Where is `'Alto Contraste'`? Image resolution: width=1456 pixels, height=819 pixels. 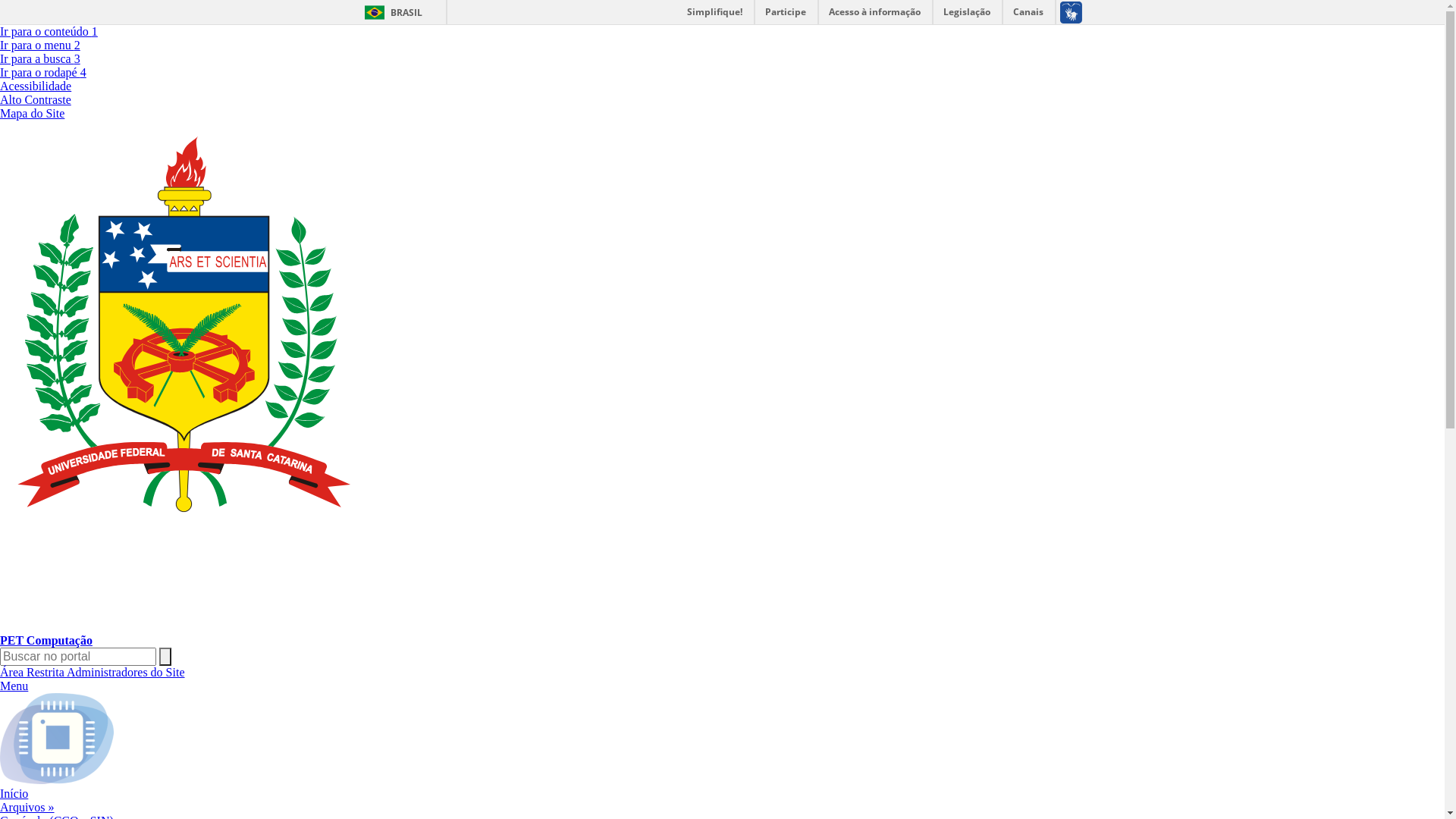
'Alto Contraste' is located at coordinates (0, 99).